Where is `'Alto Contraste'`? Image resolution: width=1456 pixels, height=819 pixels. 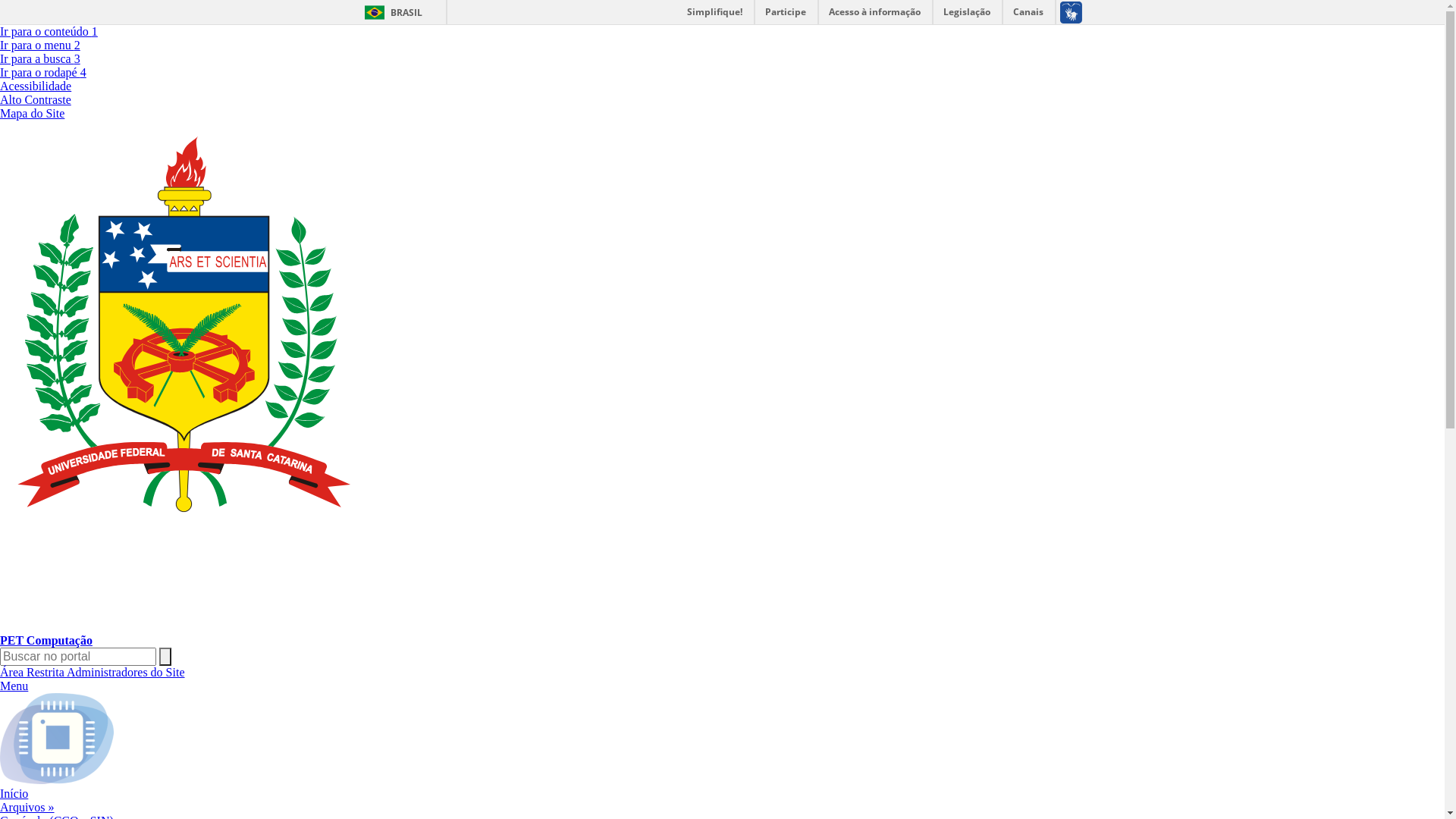
'Alto Contraste' is located at coordinates (0, 99).